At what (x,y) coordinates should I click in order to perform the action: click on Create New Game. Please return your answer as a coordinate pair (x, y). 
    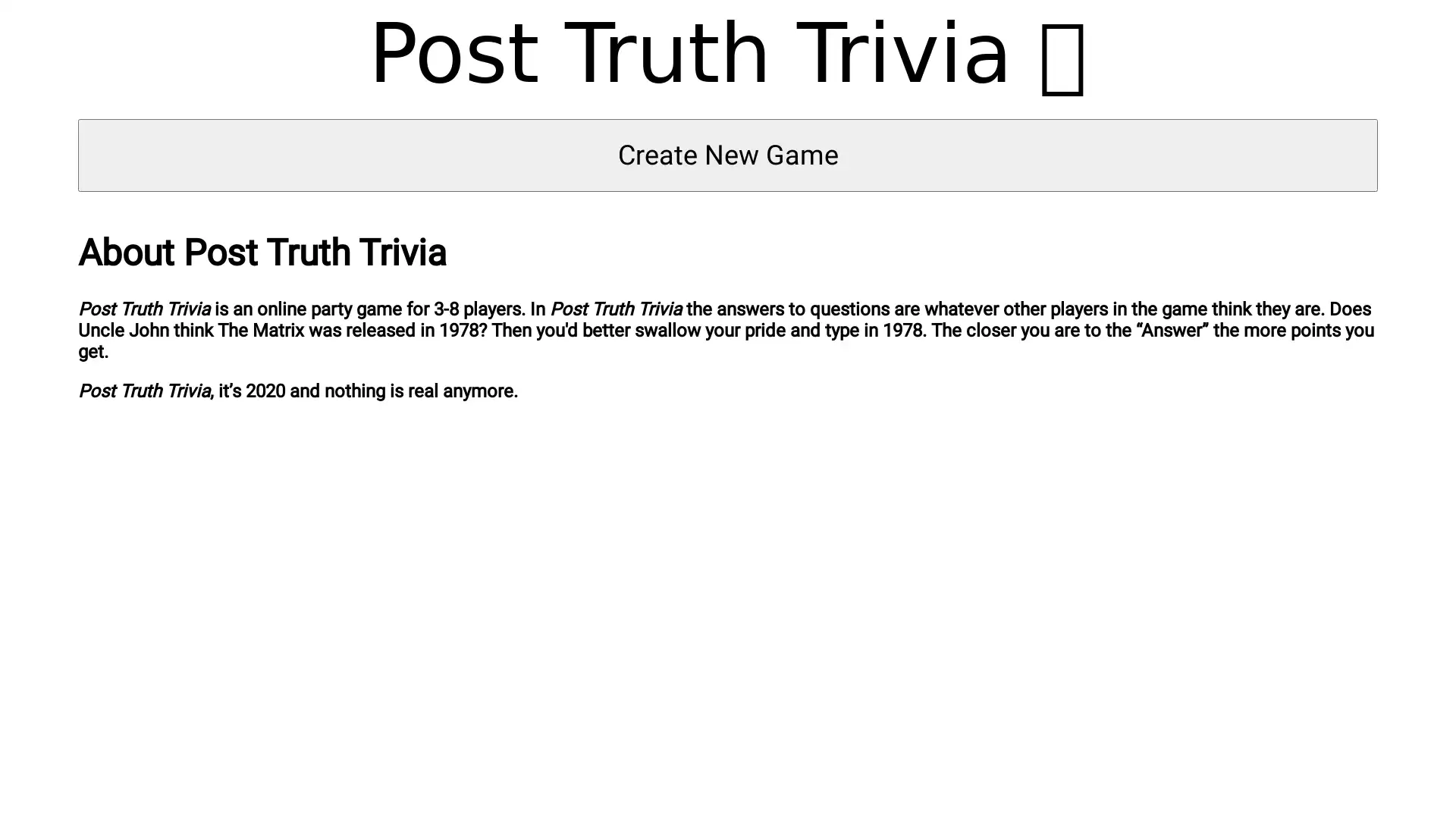
    Looking at the image, I should click on (726, 155).